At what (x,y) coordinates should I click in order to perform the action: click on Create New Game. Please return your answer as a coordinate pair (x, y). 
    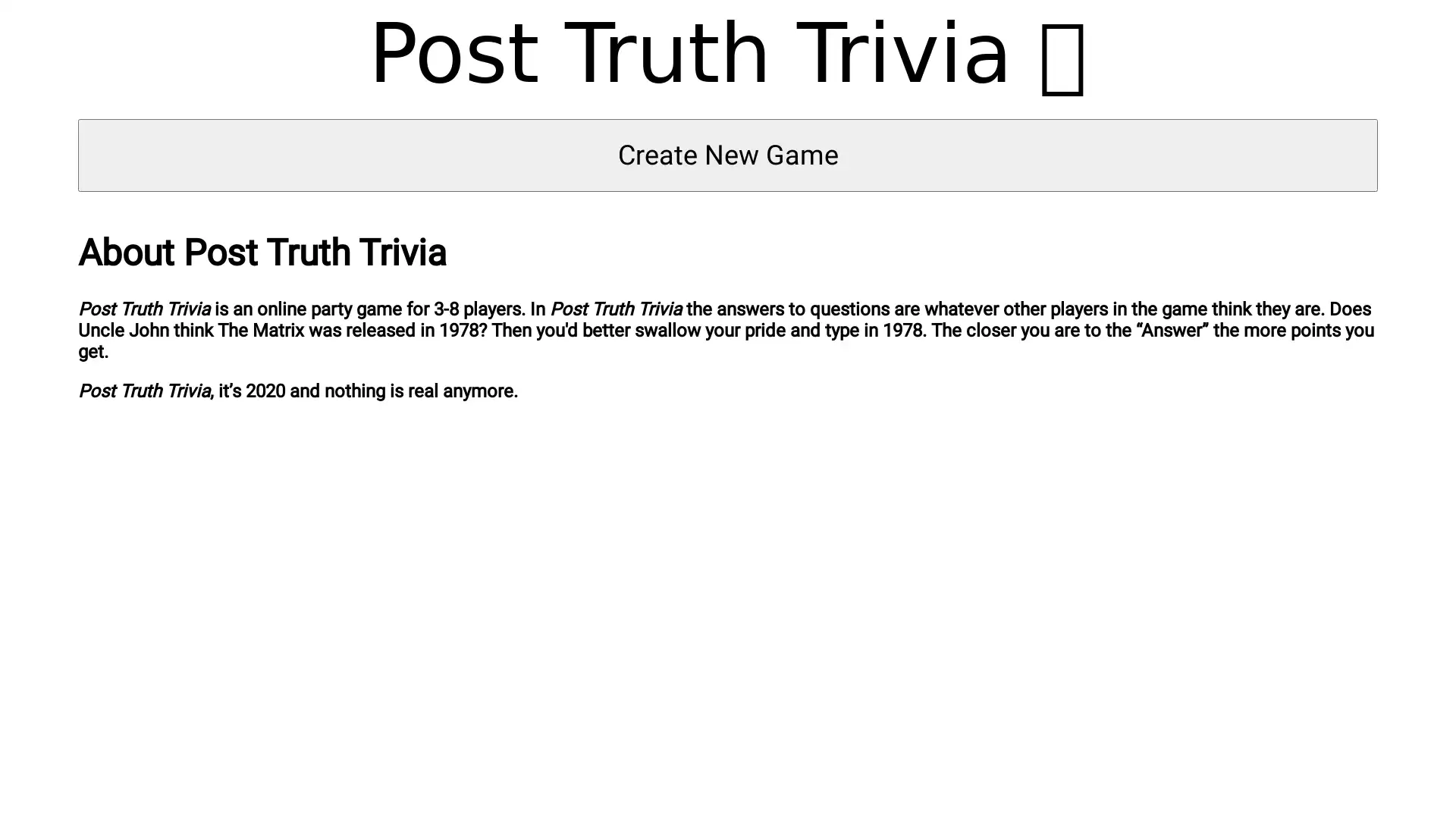
    Looking at the image, I should click on (726, 155).